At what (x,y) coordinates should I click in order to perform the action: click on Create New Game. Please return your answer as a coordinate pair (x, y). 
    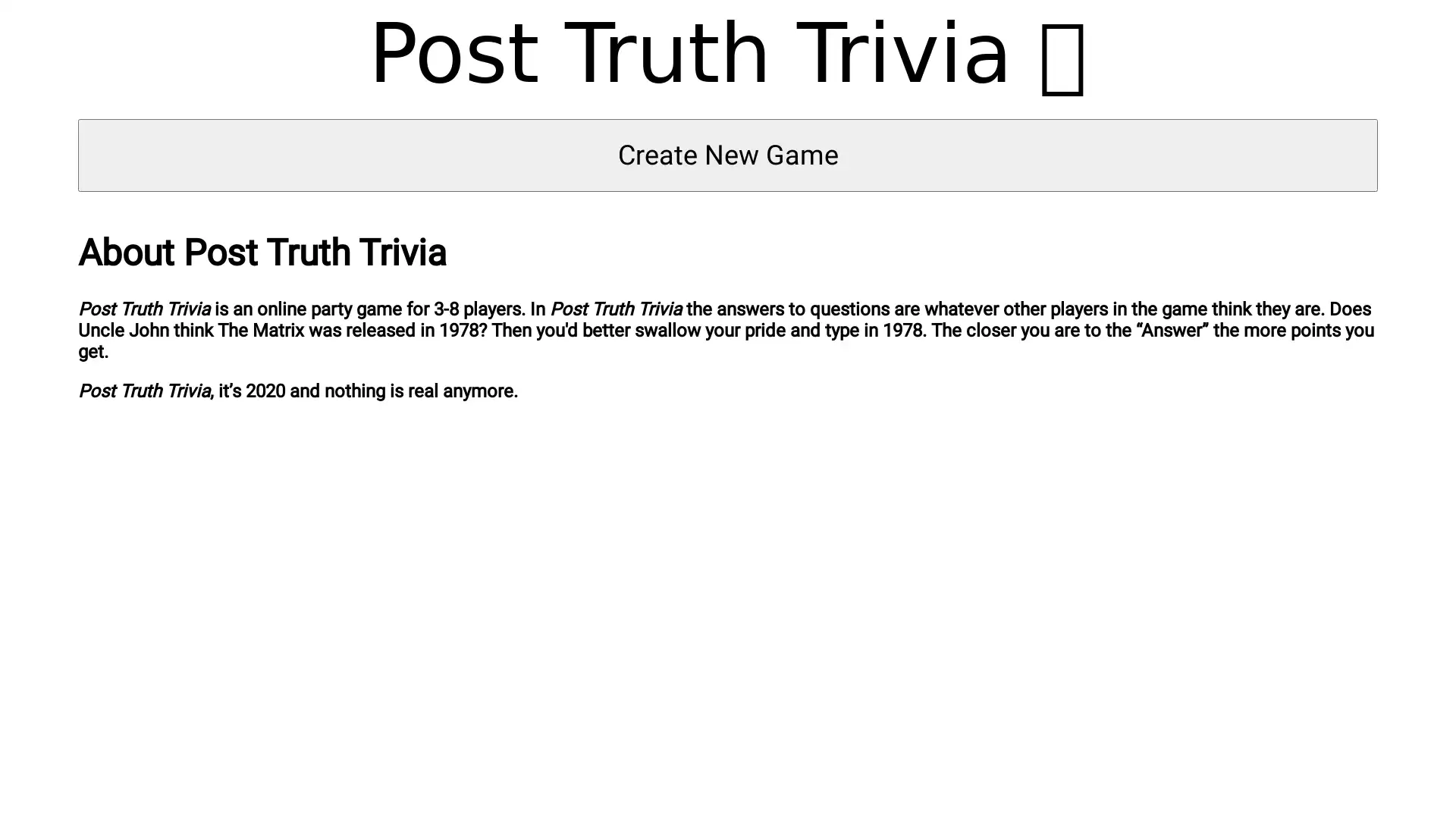
    Looking at the image, I should click on (726, 155).